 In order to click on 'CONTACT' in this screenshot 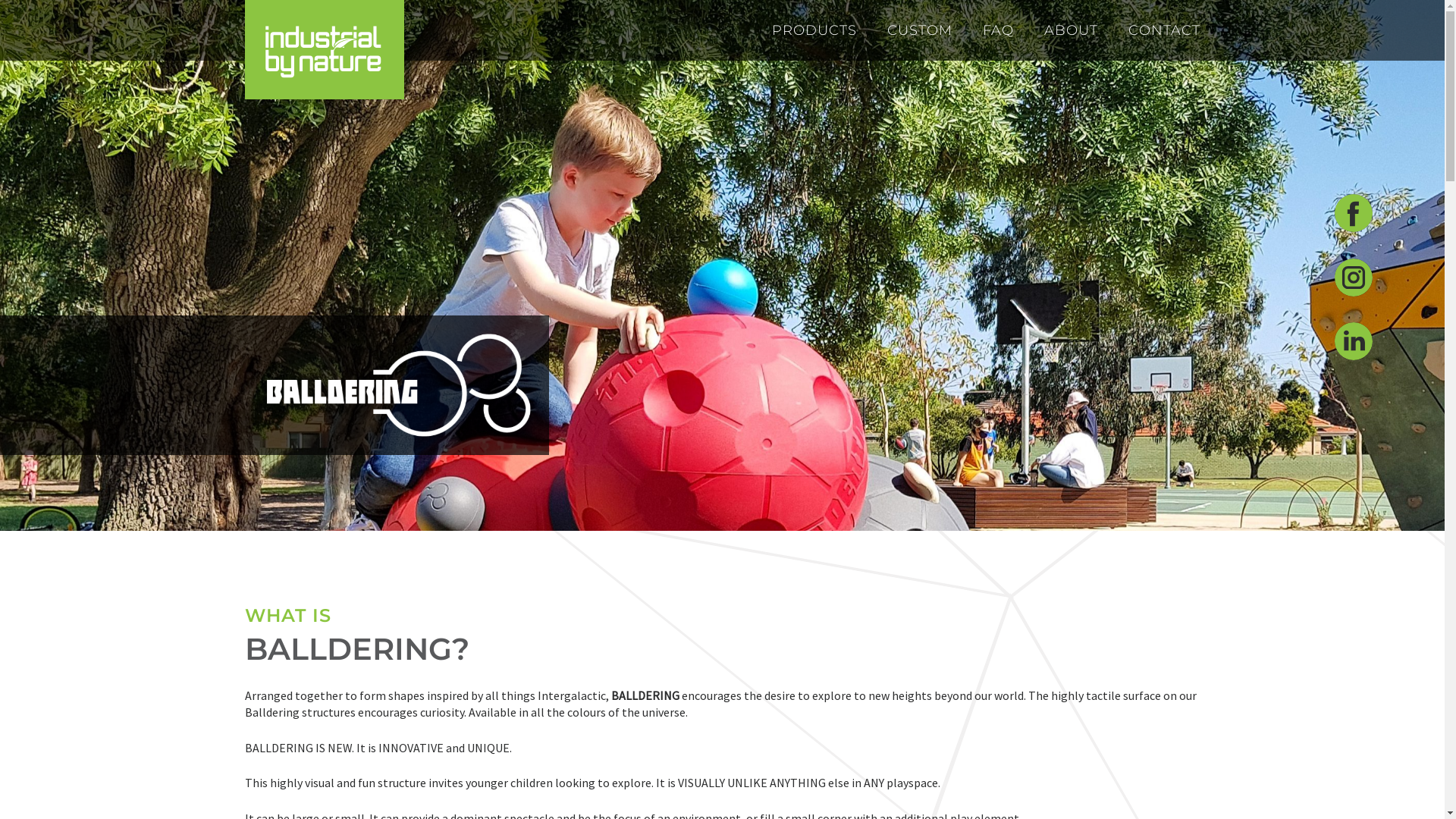, I will do `click(1163, 30)`.